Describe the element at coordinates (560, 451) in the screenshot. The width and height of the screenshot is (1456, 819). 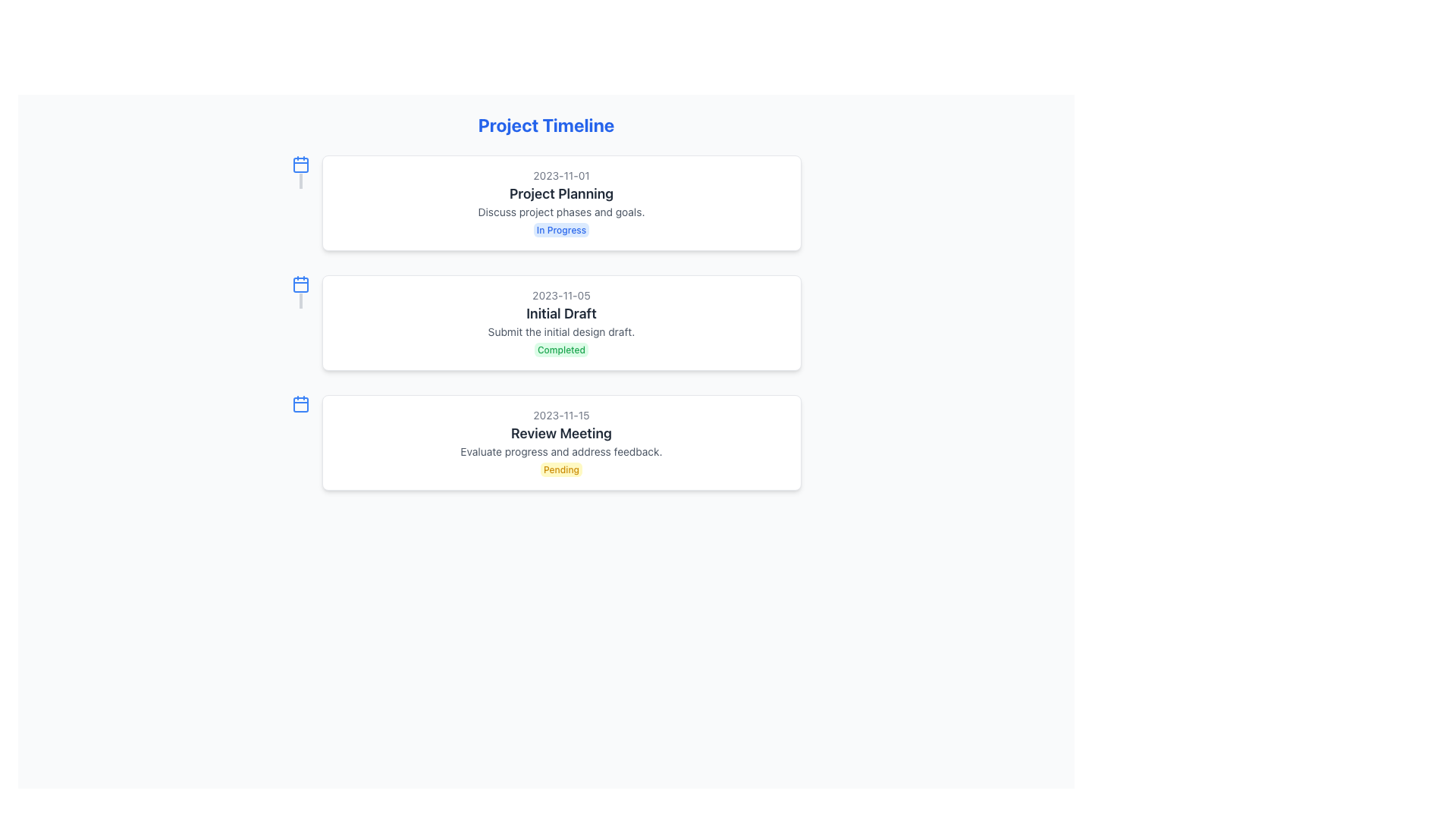
I see `the text element providing details about the 'Review Meeting' event, located centrally beneath the bold 'Review Meeting' text and above the 'Pending' badge` at that location.